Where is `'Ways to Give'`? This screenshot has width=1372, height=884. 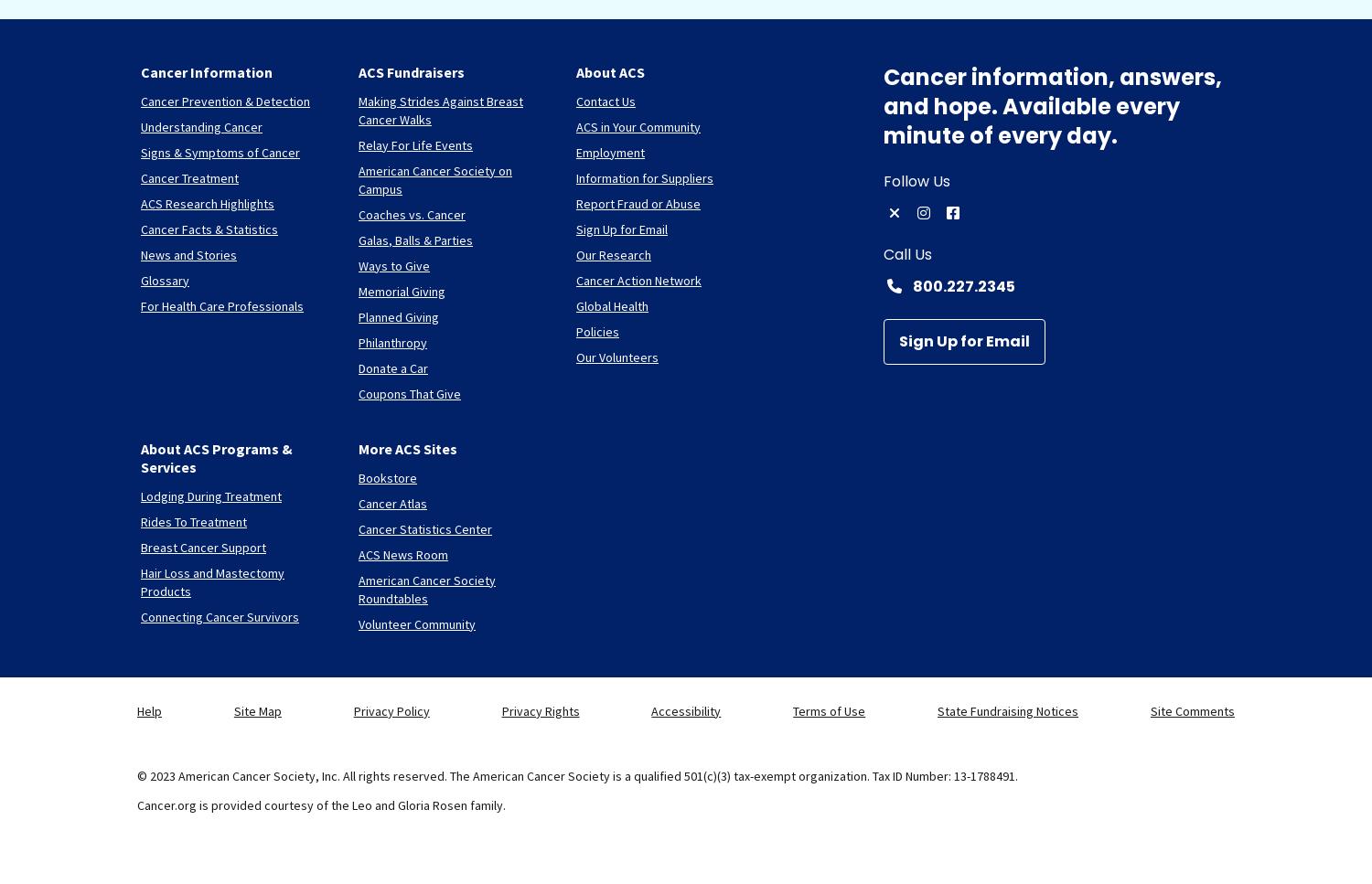 'Ways to Give' is located at coordinates (358, 264).